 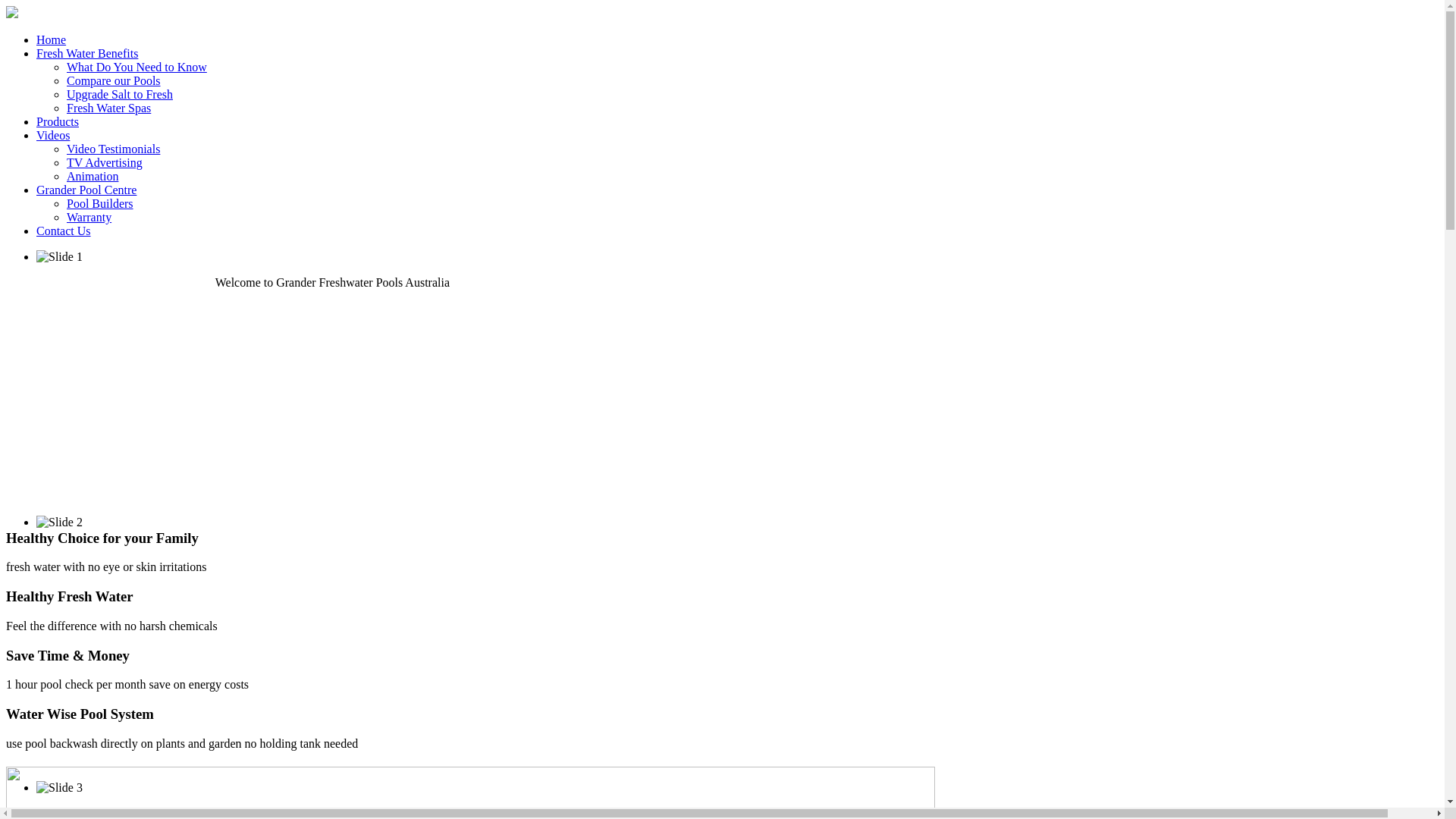 What do you see at coordinates (112, 149) in the screenshot?
I see `'Video Testimonials'` at bounding box center [112, 149].